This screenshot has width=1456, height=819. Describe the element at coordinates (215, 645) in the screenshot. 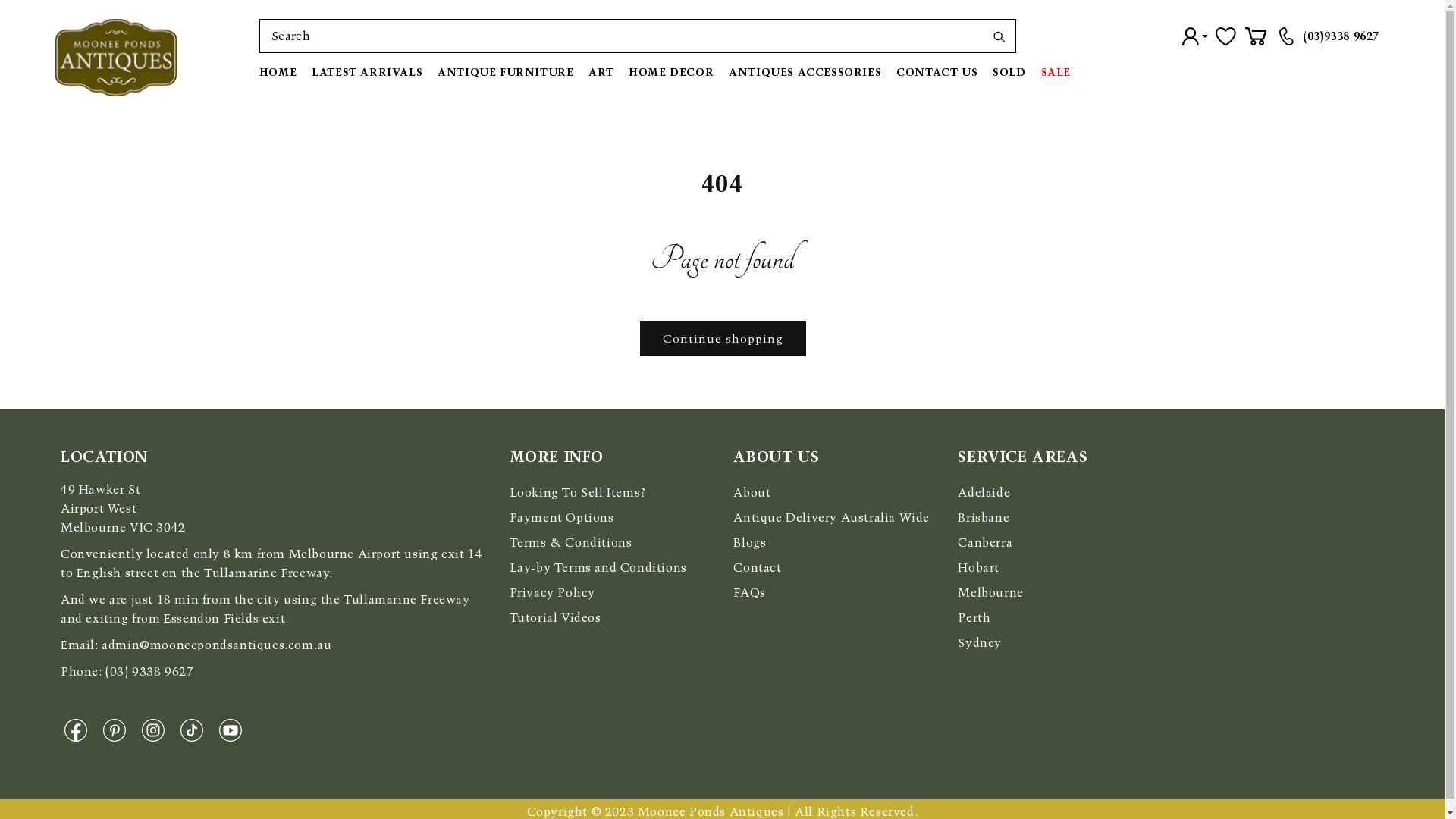

I see `'admin@mooneepondsantiques.com.au'` at that location.